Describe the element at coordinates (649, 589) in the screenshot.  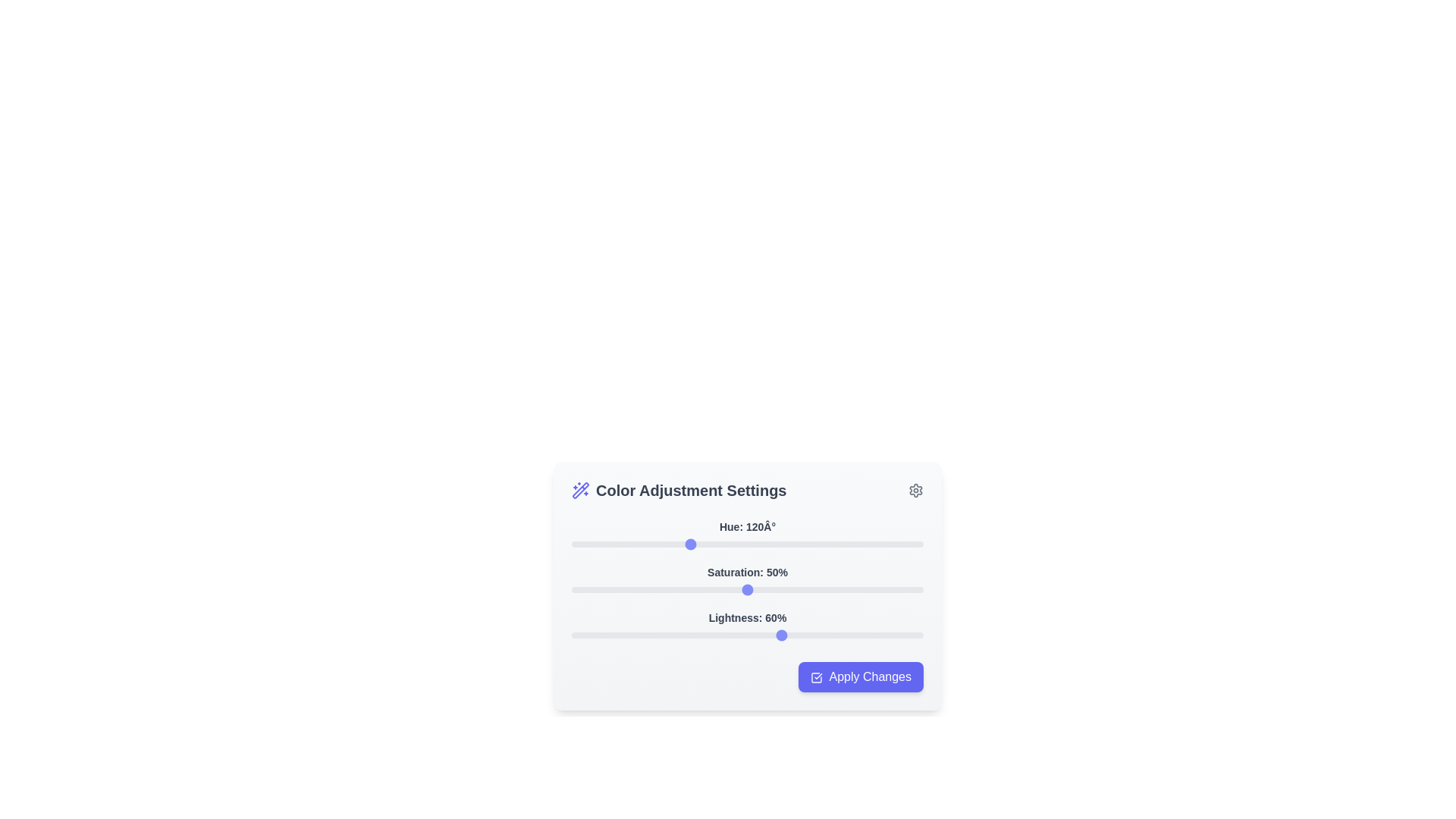
I see `the saturation` at that location.